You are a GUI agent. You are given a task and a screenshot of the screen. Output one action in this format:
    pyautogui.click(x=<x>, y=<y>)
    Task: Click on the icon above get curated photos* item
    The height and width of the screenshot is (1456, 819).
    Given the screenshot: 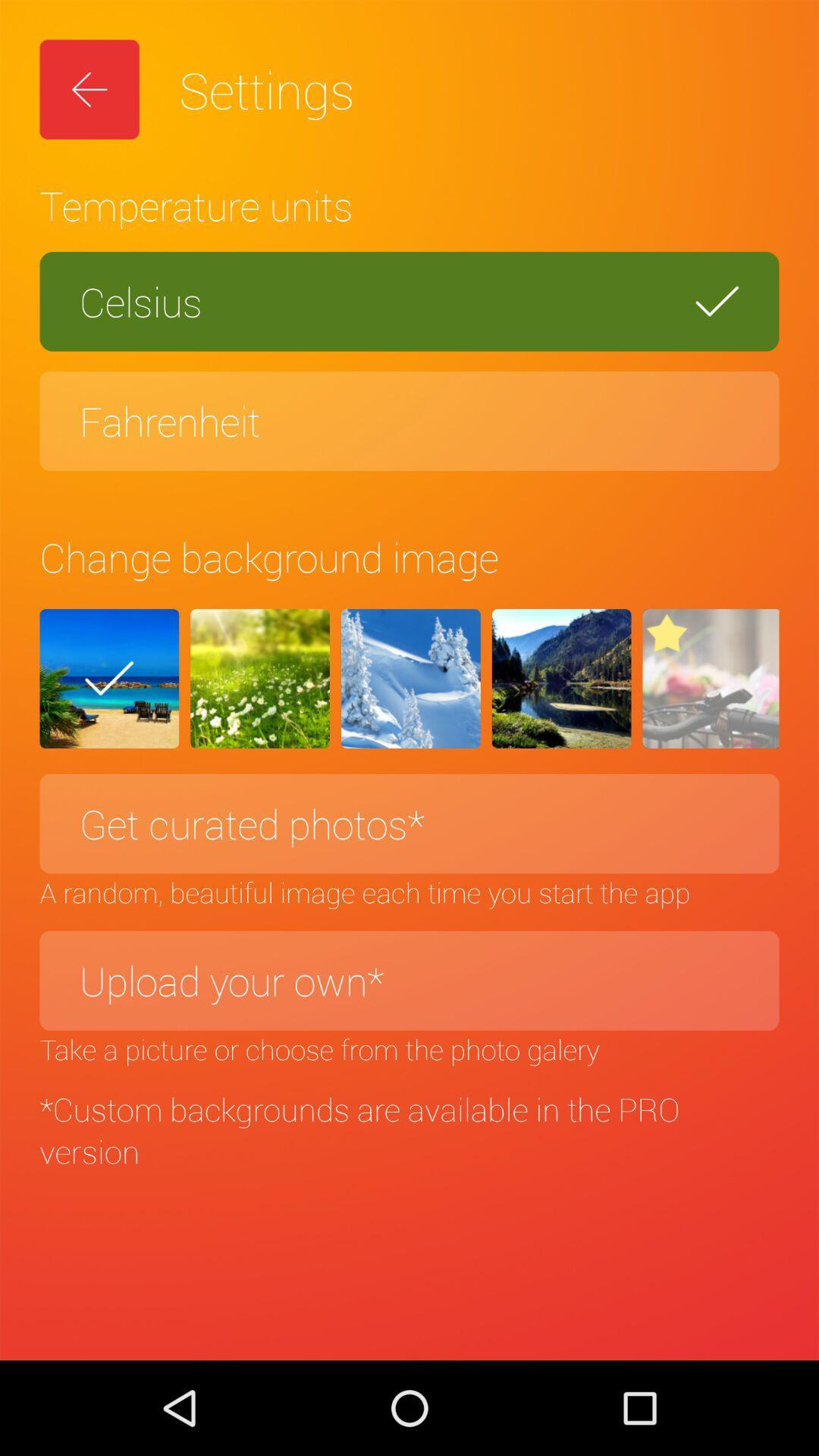 What is the action you would take?
    pyautogui.click(x=410, y=678)
    